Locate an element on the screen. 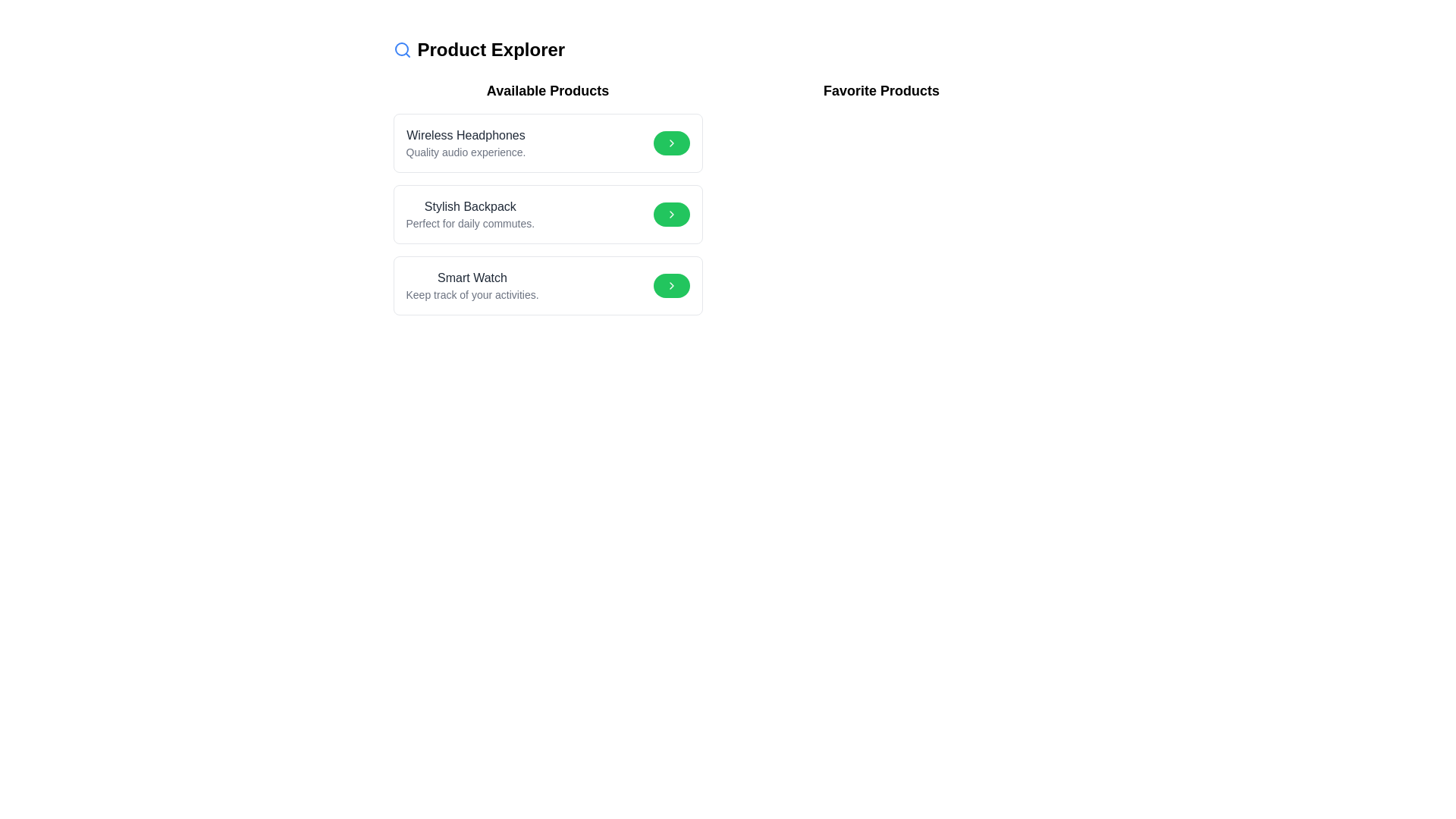  the descriptive text about 'Wireless Headphones' located below its title in the first card of the 'Available Products' section is located at coordinates (465, 152).